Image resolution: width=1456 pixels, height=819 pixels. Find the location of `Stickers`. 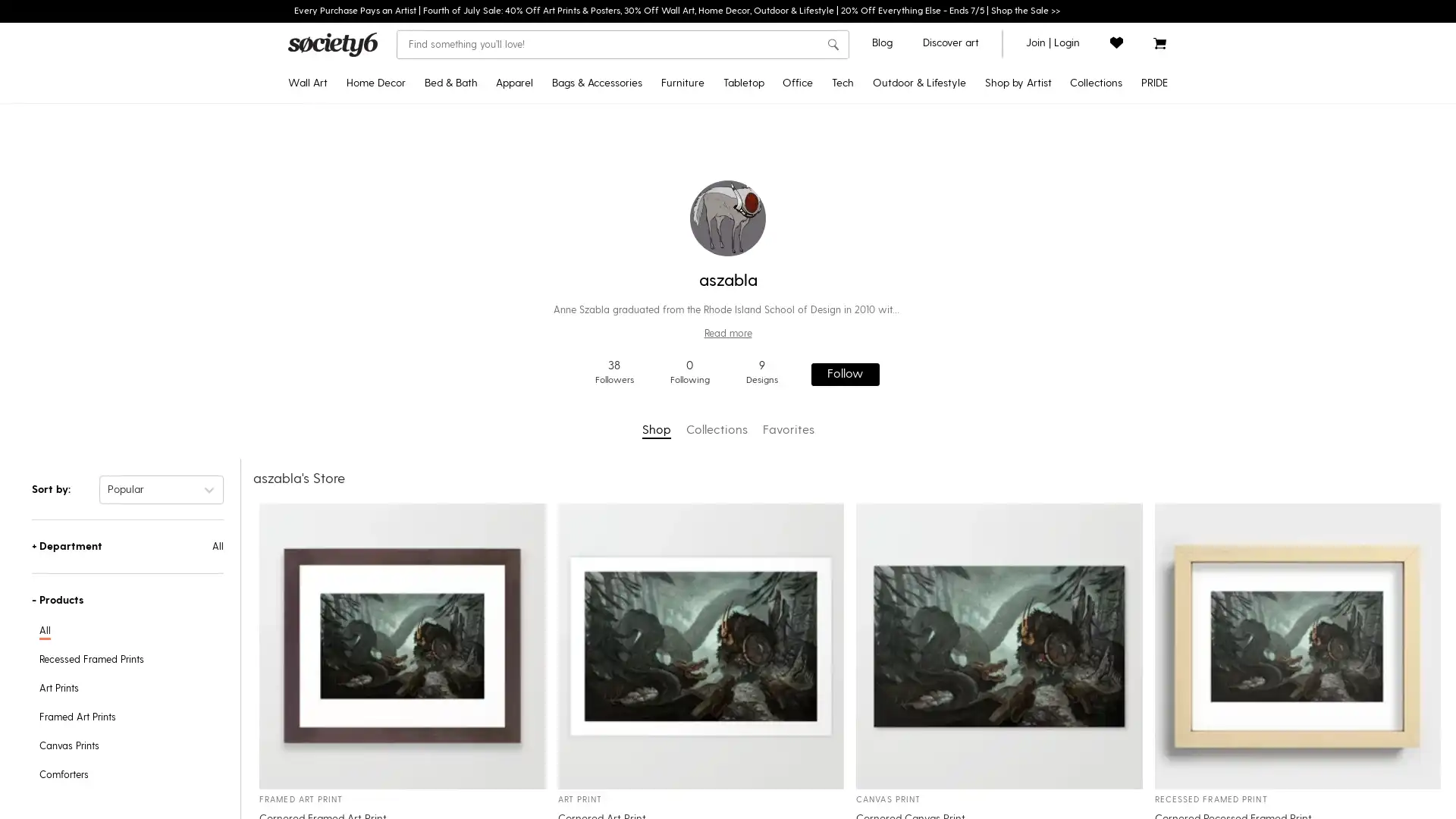

Stickers is located at coordinates (835, 146).